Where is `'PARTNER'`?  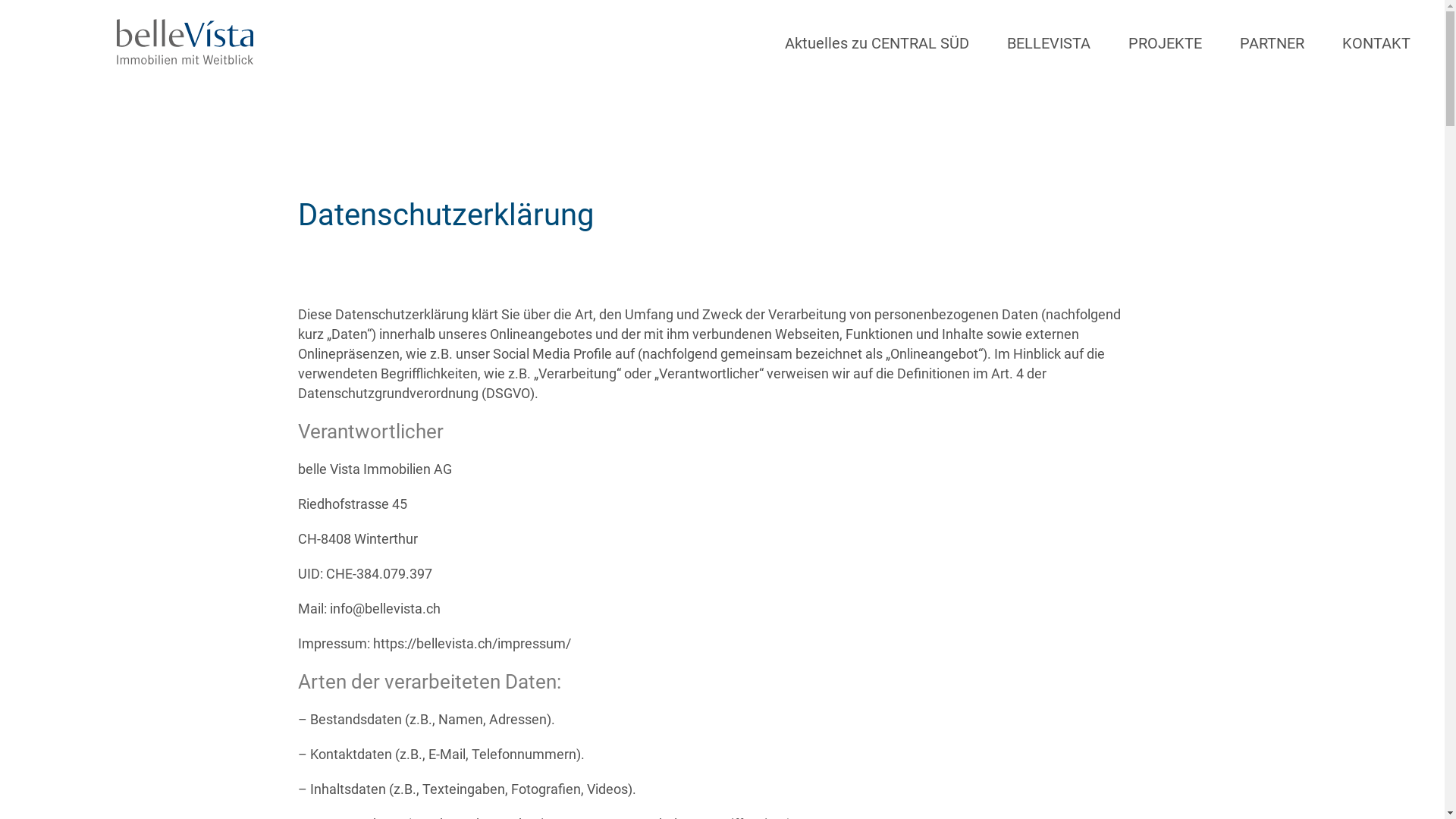
'PARTNER' is located at coordinates (1228, 24).